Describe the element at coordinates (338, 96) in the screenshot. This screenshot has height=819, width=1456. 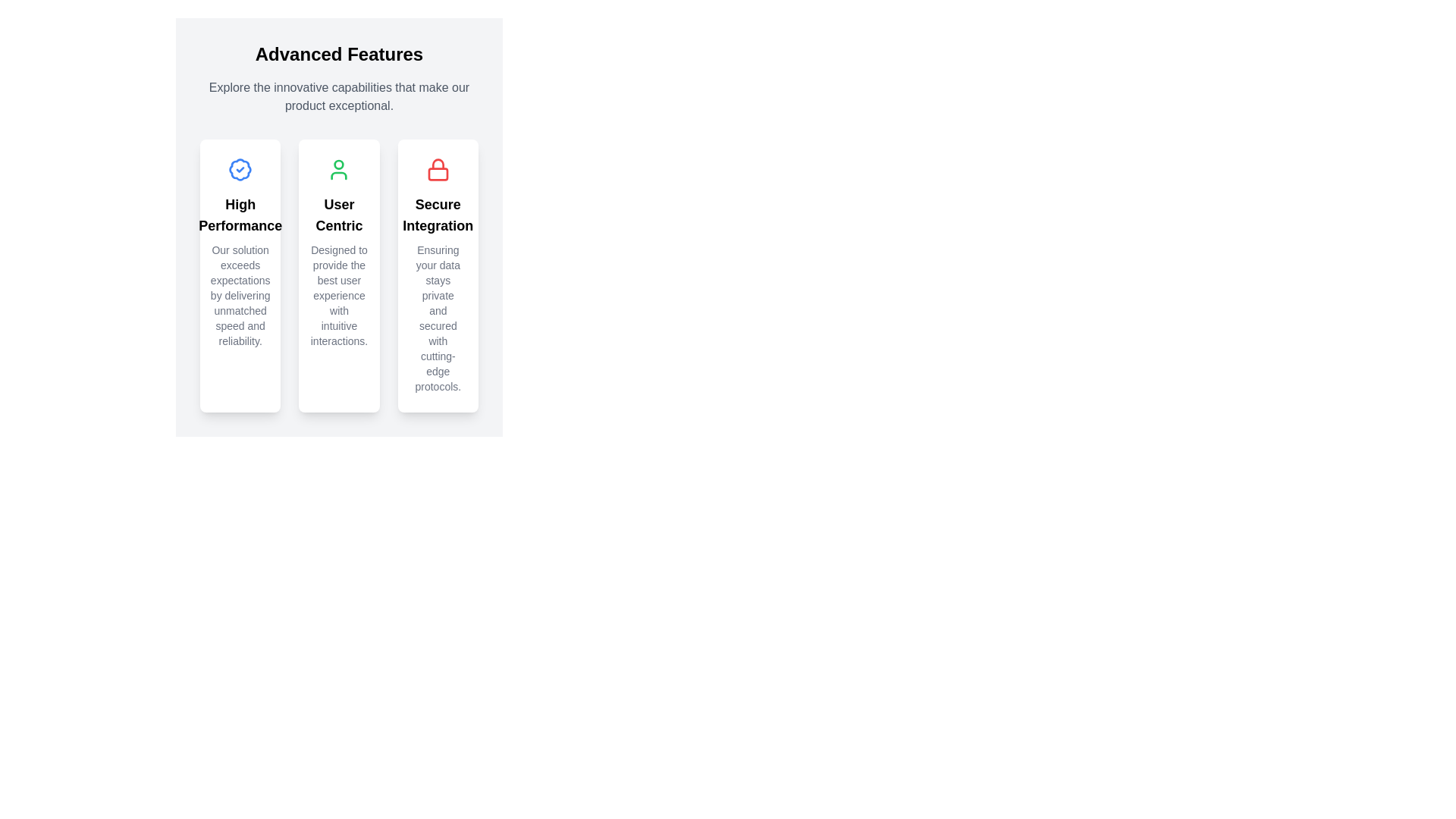
I see `the static text element displaying 'Explore the innovative capabilities that make our product exceptional.' which is located beneath the 'Advanced Features' title` at that location.